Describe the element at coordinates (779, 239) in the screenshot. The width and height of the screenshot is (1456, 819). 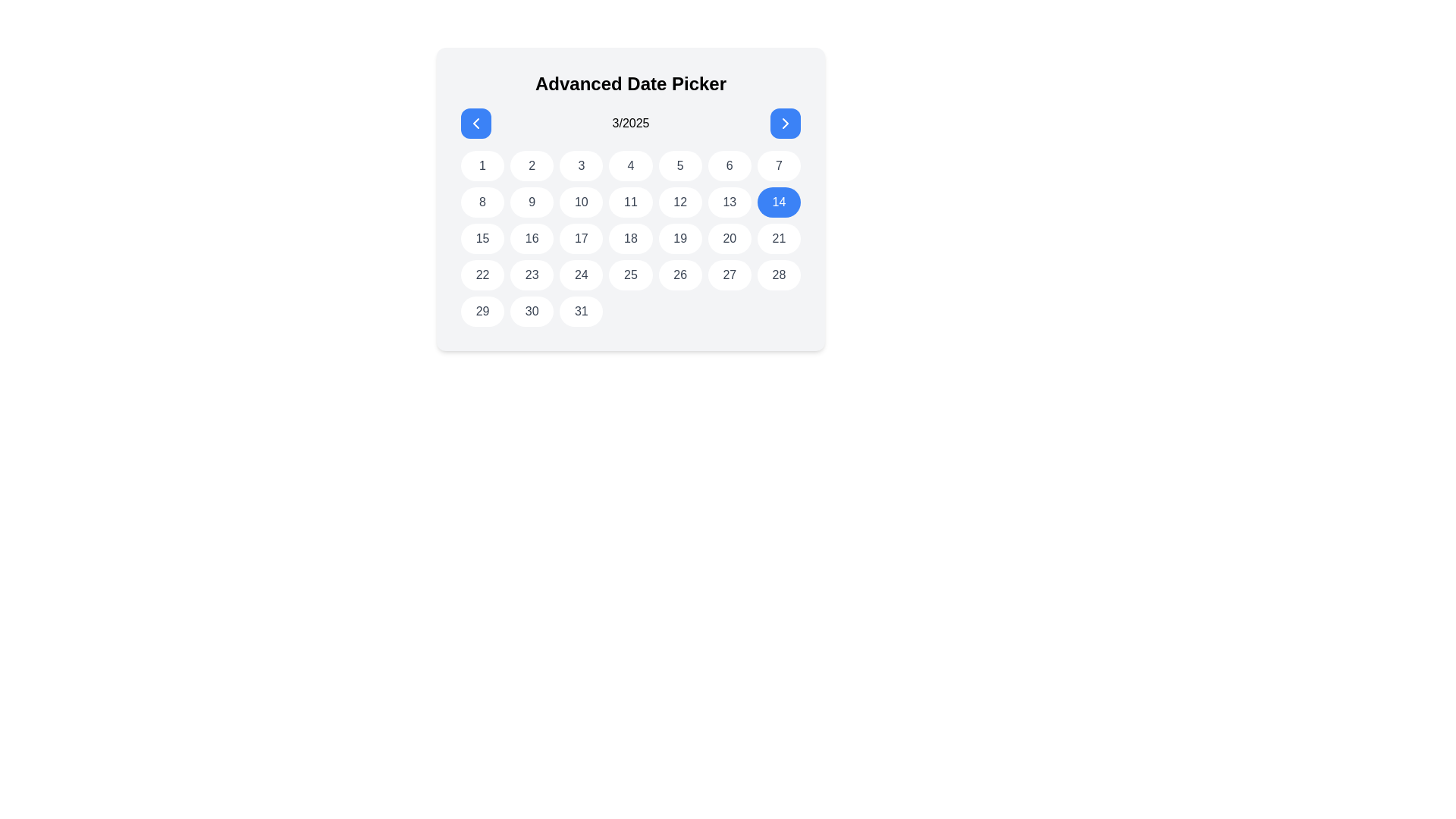
I see `the button labeled '21' in the date picker grid` at that location.